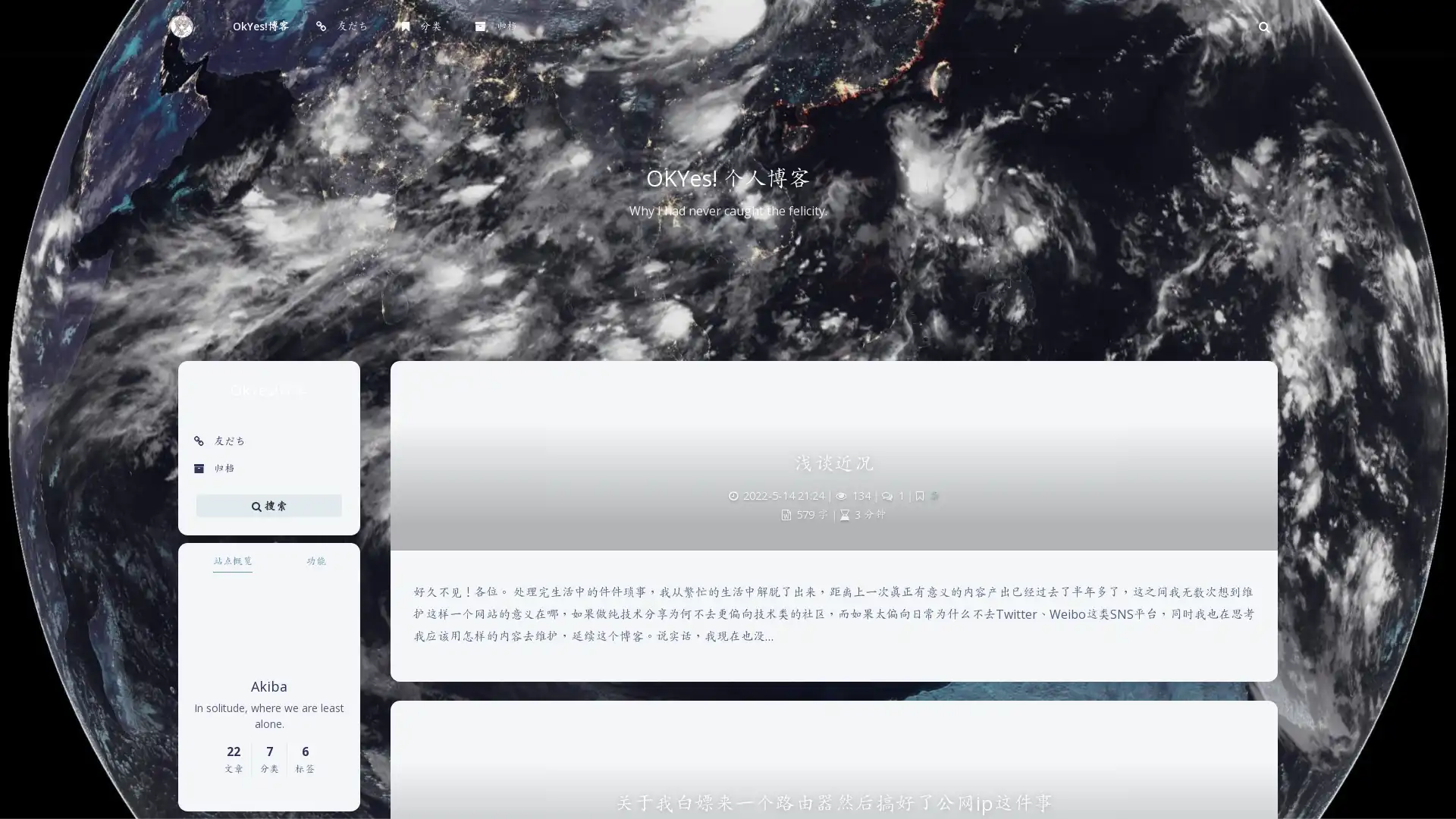 This screenshot has height=819, width=1456. Describe the element at coordinates (1418, 780) in the screenshot. I see `0%` at that location.